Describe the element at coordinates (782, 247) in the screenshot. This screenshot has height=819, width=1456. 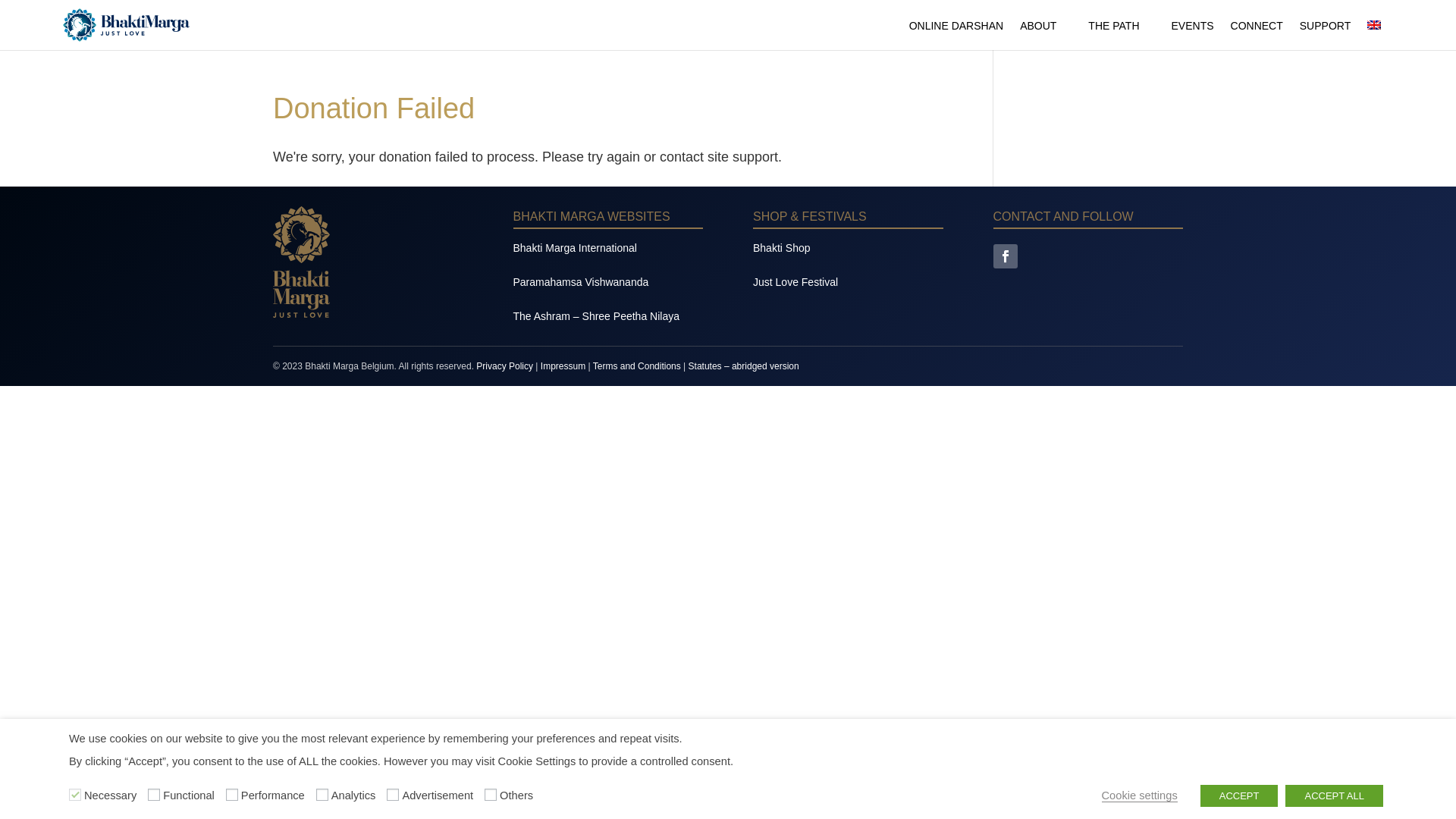
I see `'Bhakti Shop'` at that location.